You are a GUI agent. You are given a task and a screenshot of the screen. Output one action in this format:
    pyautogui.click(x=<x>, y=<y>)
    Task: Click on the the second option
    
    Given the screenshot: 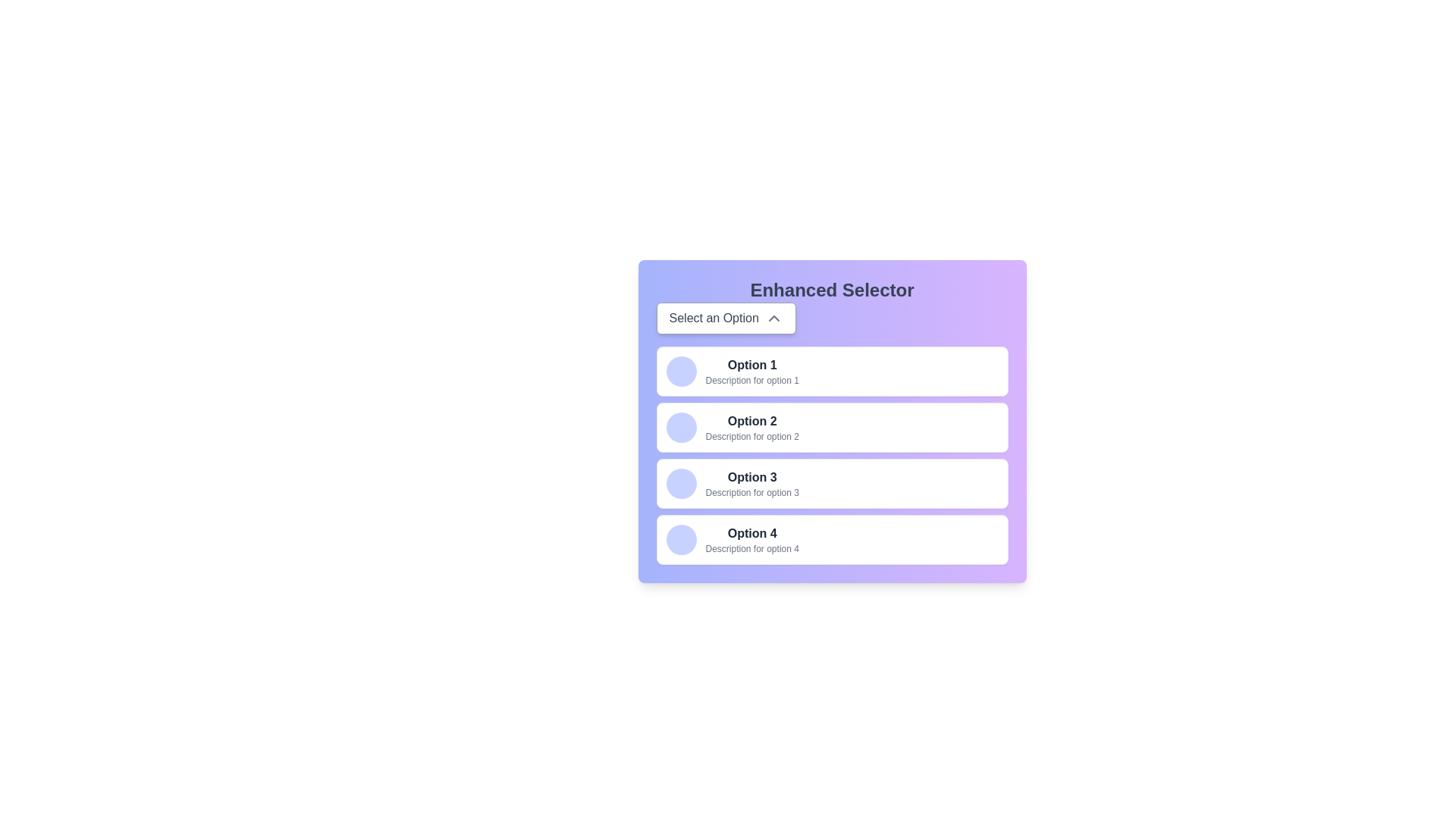 What is the action you would take?
    pyautogui.click(x=831, y=421)
    